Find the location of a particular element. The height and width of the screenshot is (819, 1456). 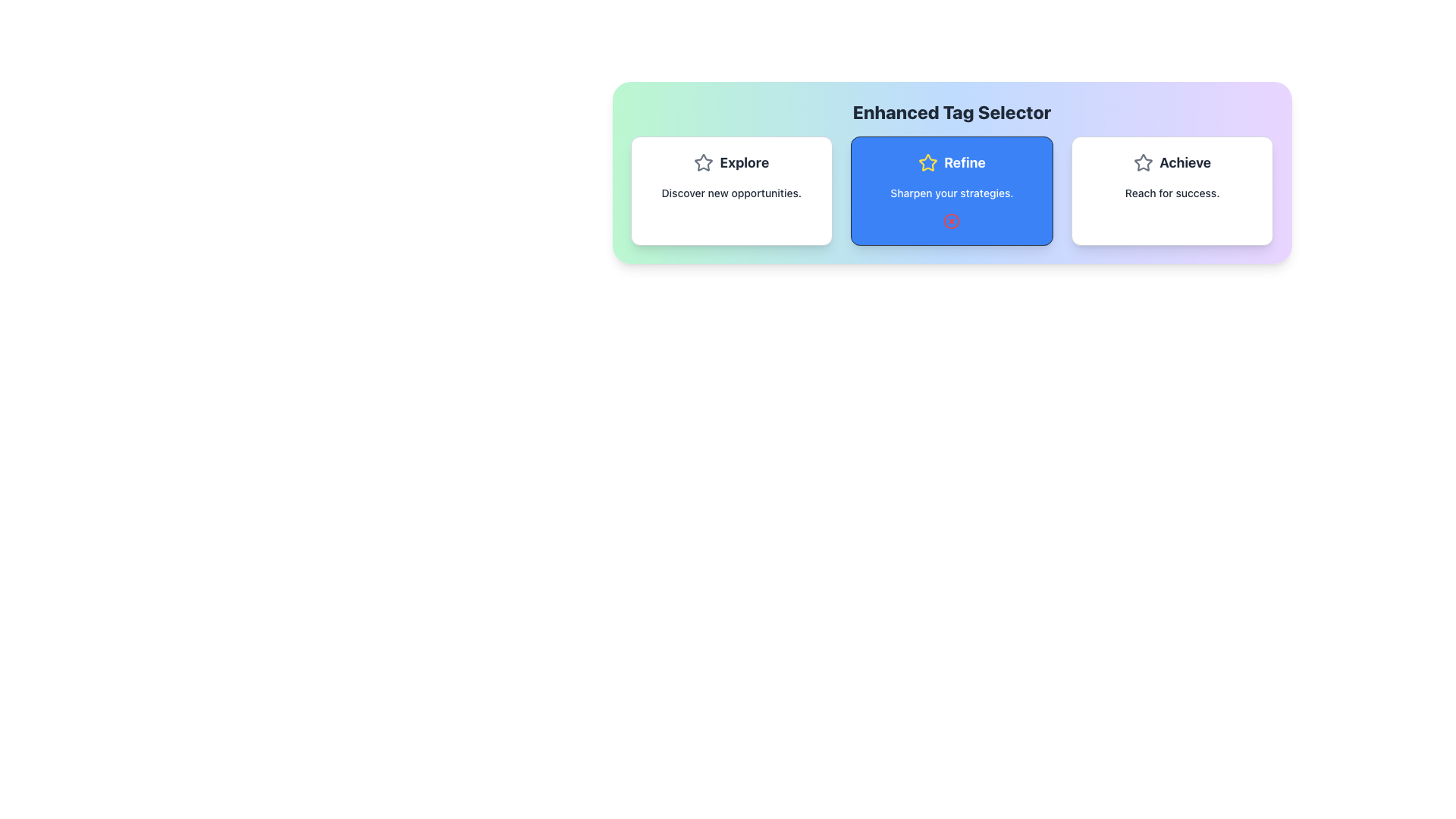

the 'Refine' text label, which is styled in bold, large white font against a blue background, located centrally in the 'Refine' section of the interface is located at coordinates (951, 163).